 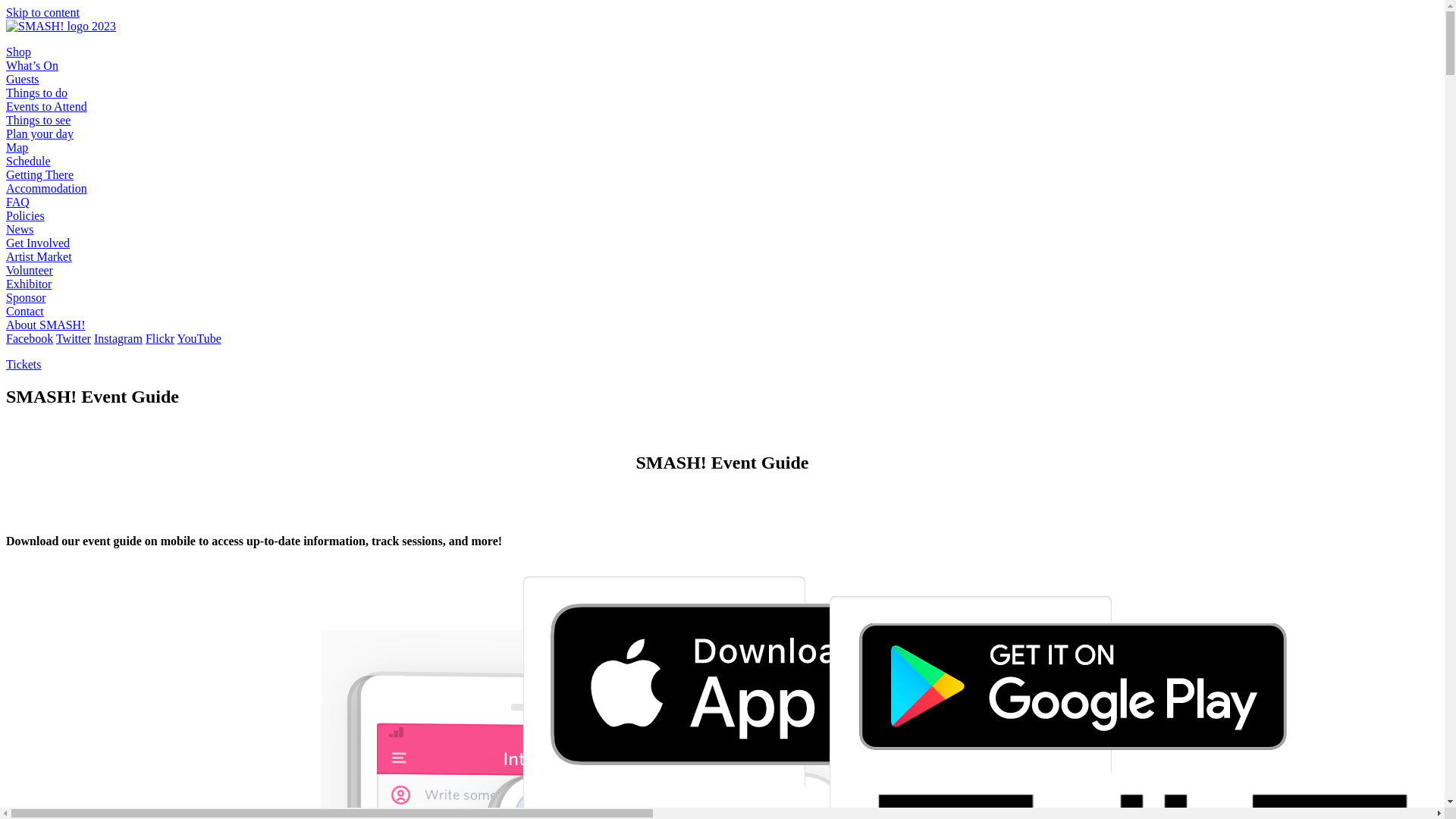 I want to click on 'Skip to content', so click(x=42, y=12).